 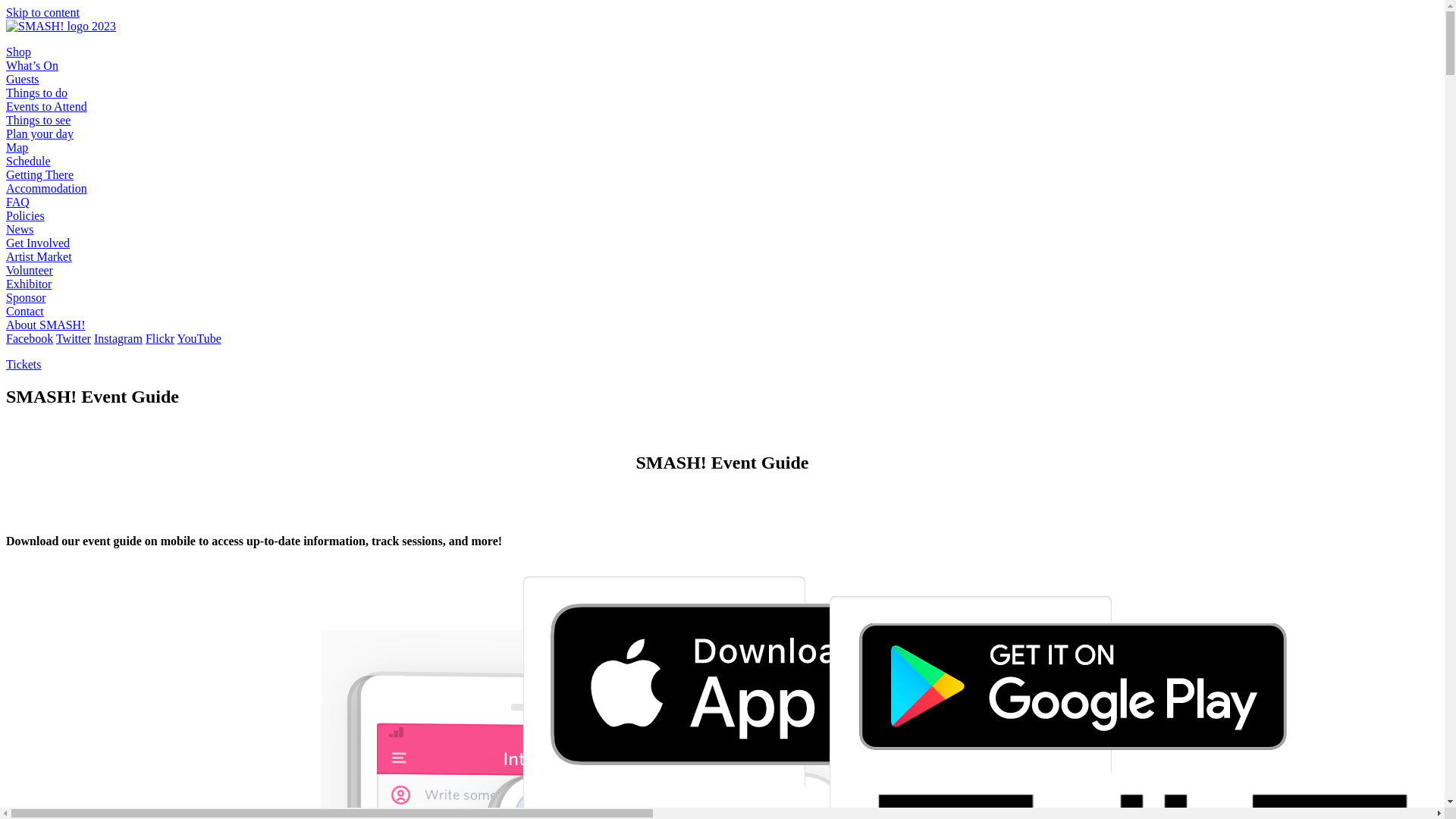 I want to click on 'Skip to content', so click(x=42, y=12).